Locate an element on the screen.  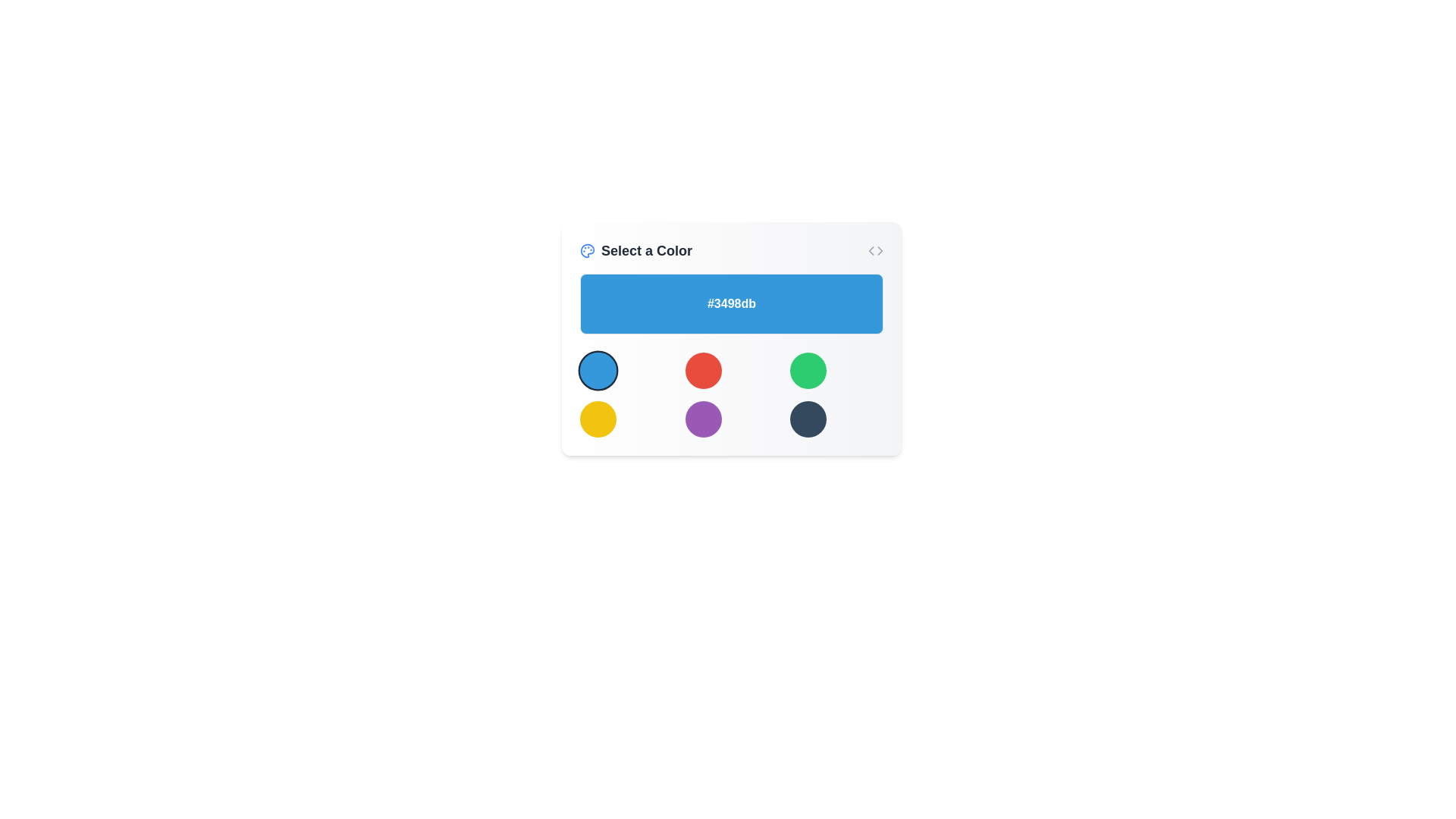
the circular yellow color selection button located in the grid layout, positioned in the second row as the first item is located at coordinates (597, 419).